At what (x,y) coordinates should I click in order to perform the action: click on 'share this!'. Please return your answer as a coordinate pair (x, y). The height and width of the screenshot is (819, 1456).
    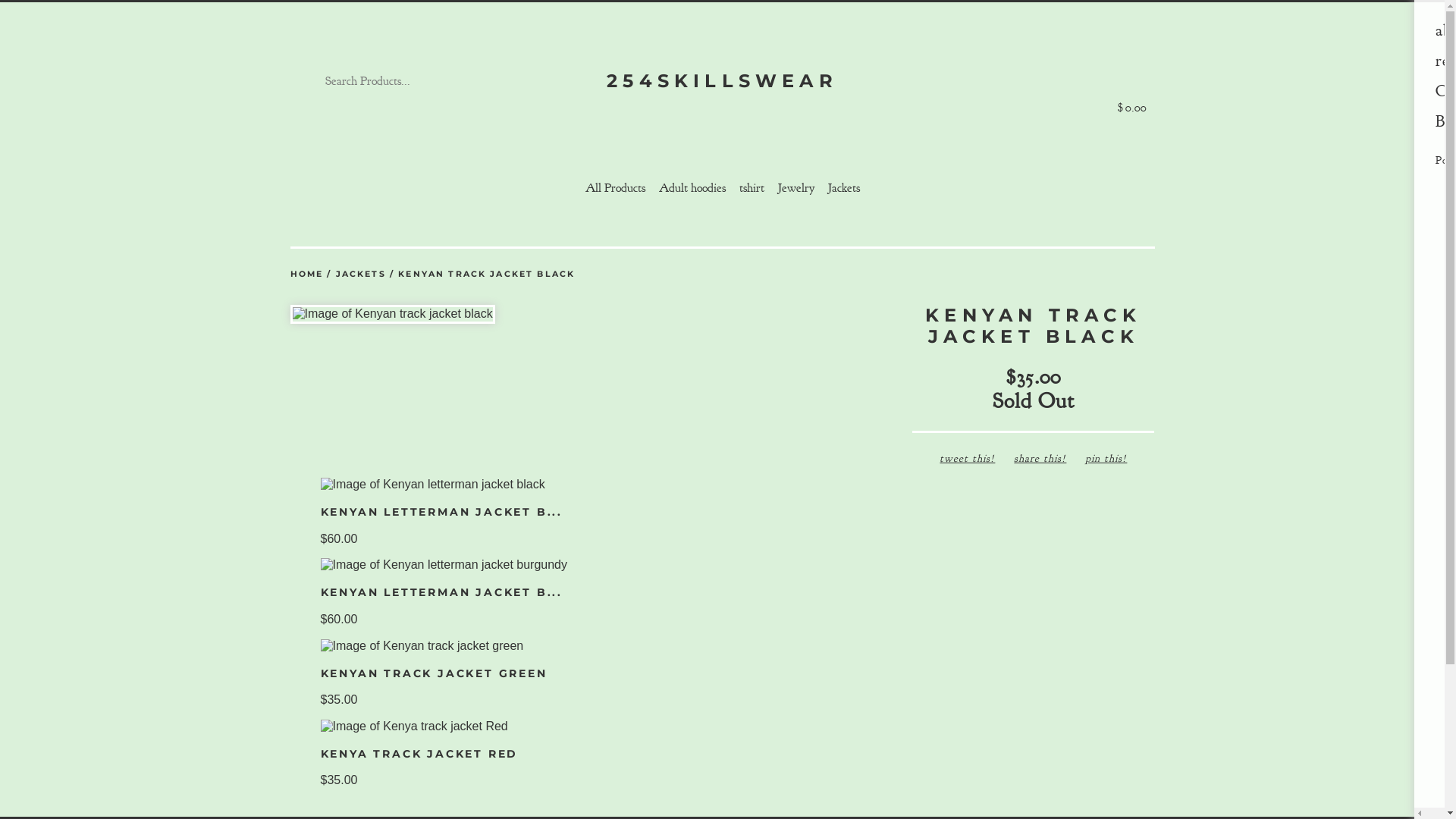
    Looking at the image, I should click on (1039, 457).